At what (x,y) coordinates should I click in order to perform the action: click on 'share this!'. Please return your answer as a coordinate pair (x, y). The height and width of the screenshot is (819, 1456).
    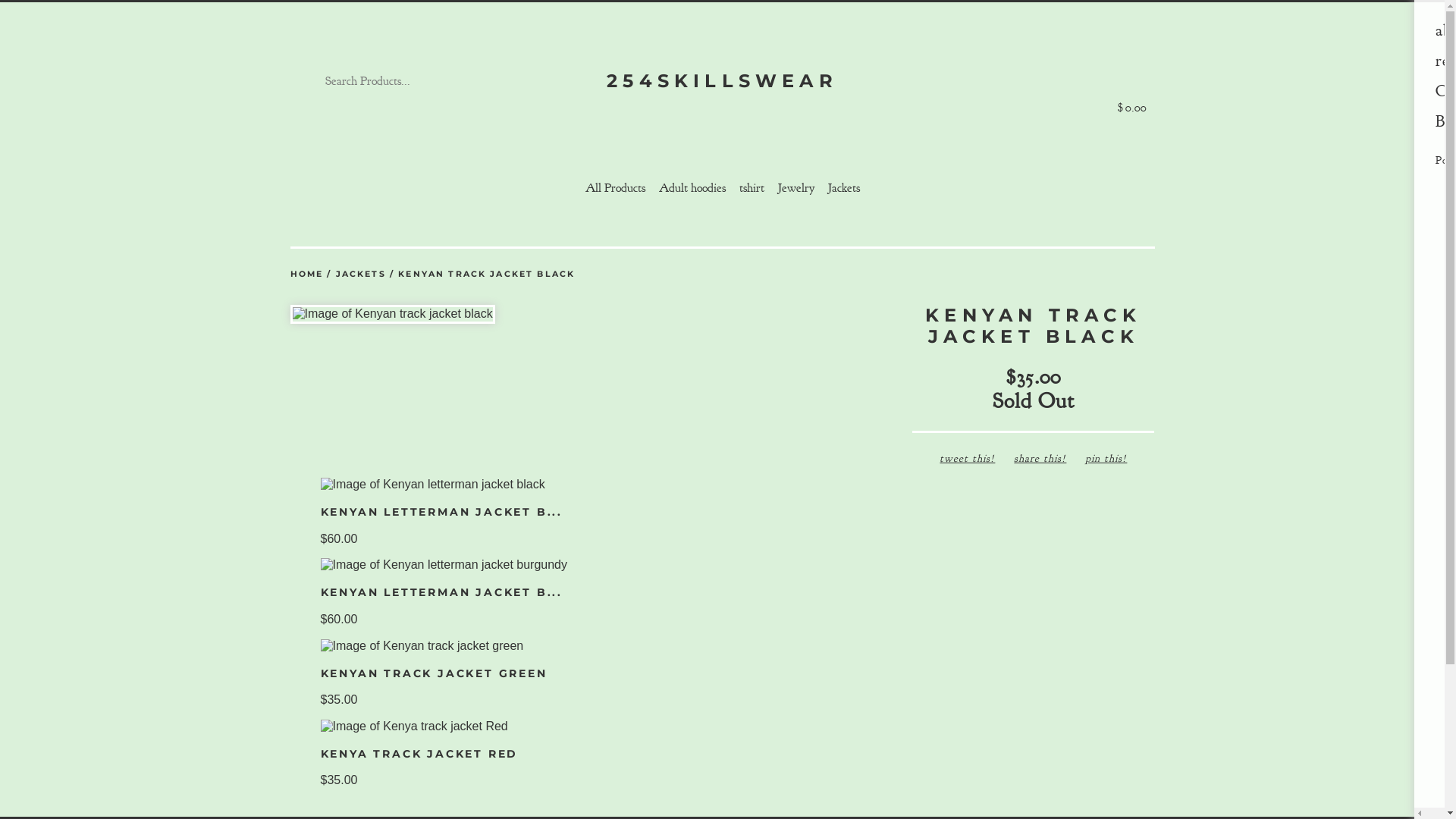
    Looking at the image, I should click on (1039, 457).